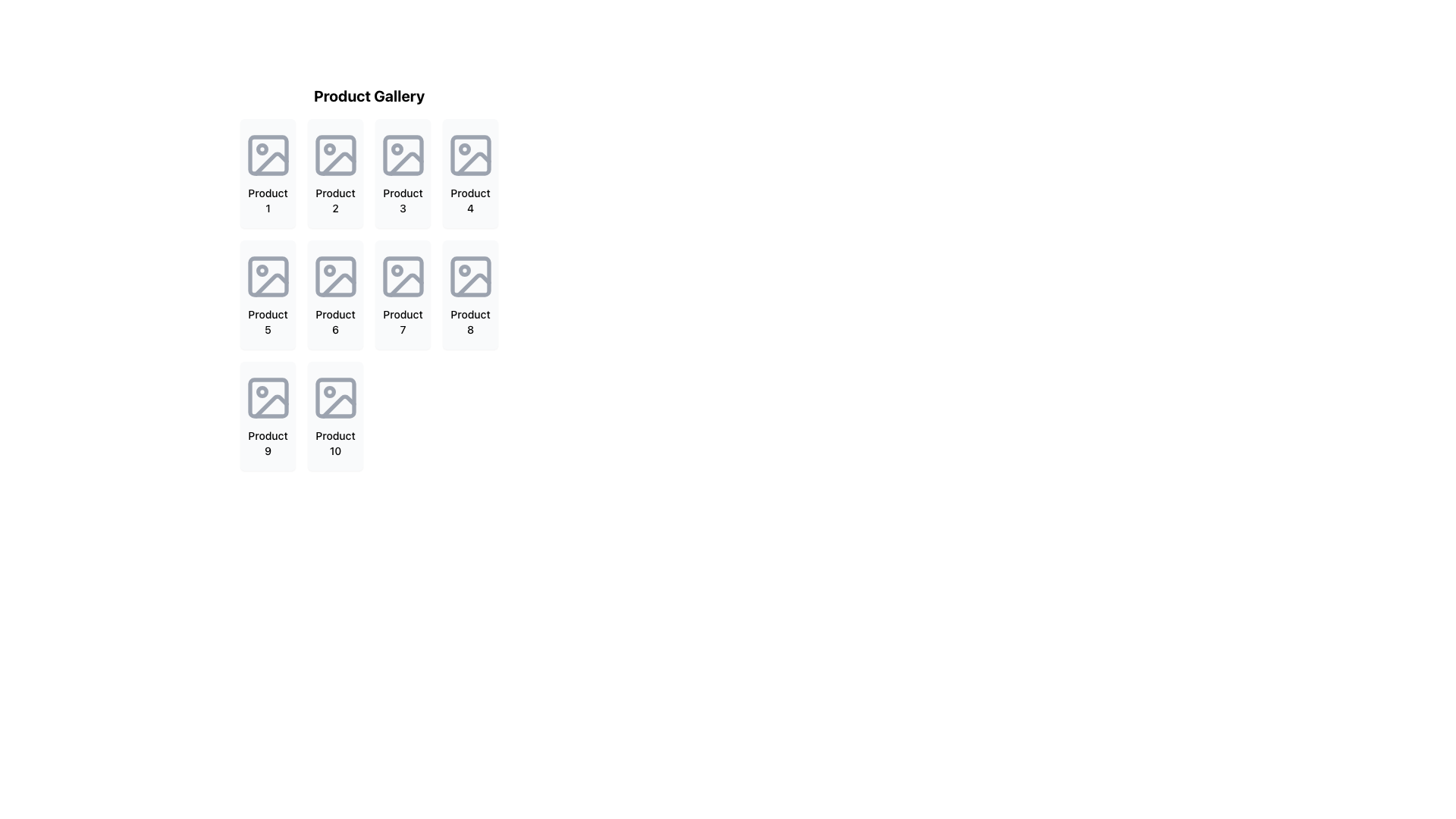 The height and width of the screenshot is (819, 1456). Describe the element at coordinates (268, 277) in the screenshot. I see `Image Placeholder Icon located in the fifth position of the Product Gallery grid layout, centered above the label 'Product 5'` at that location.